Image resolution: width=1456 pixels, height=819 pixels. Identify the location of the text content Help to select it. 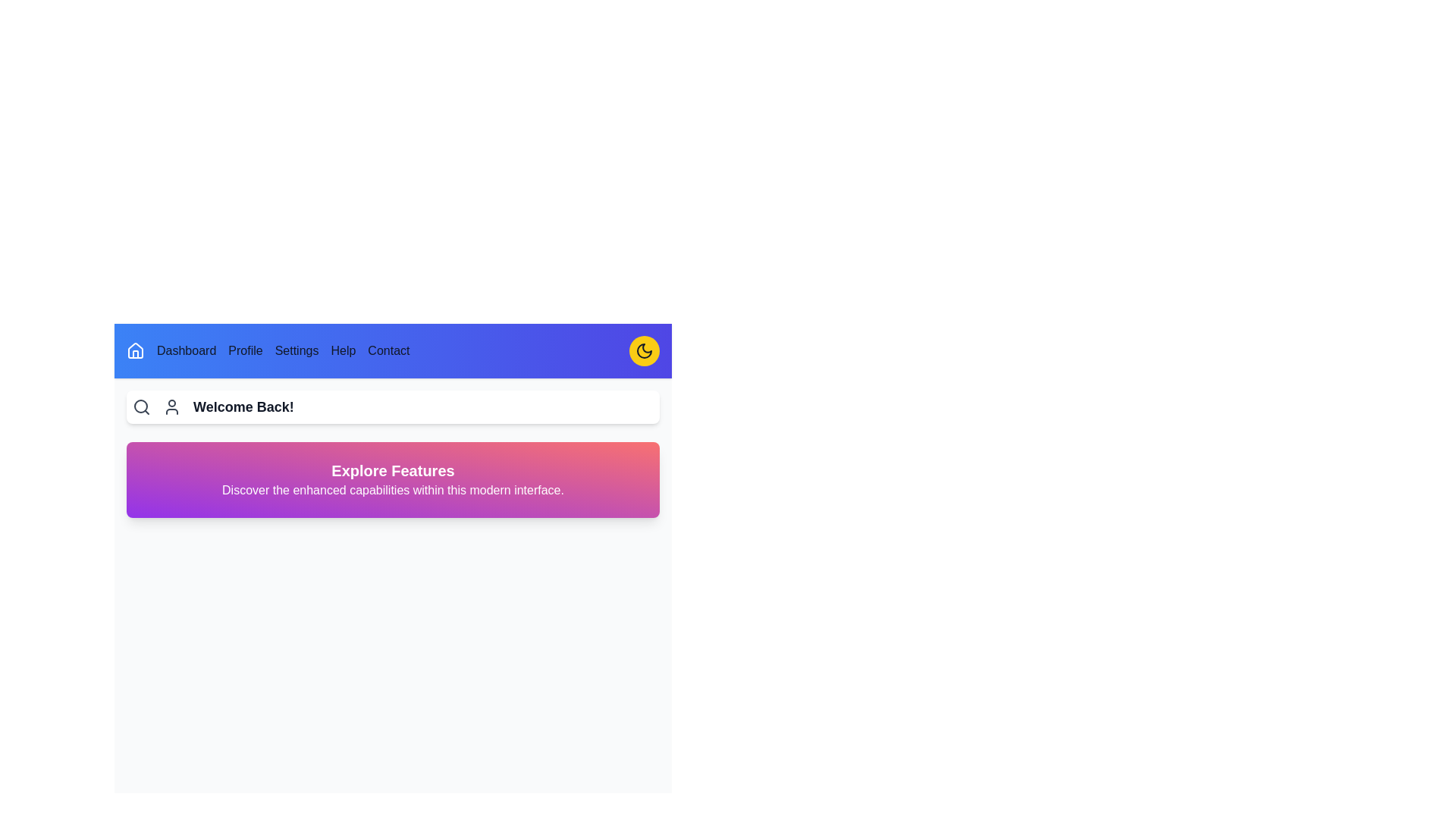
(342, 350).